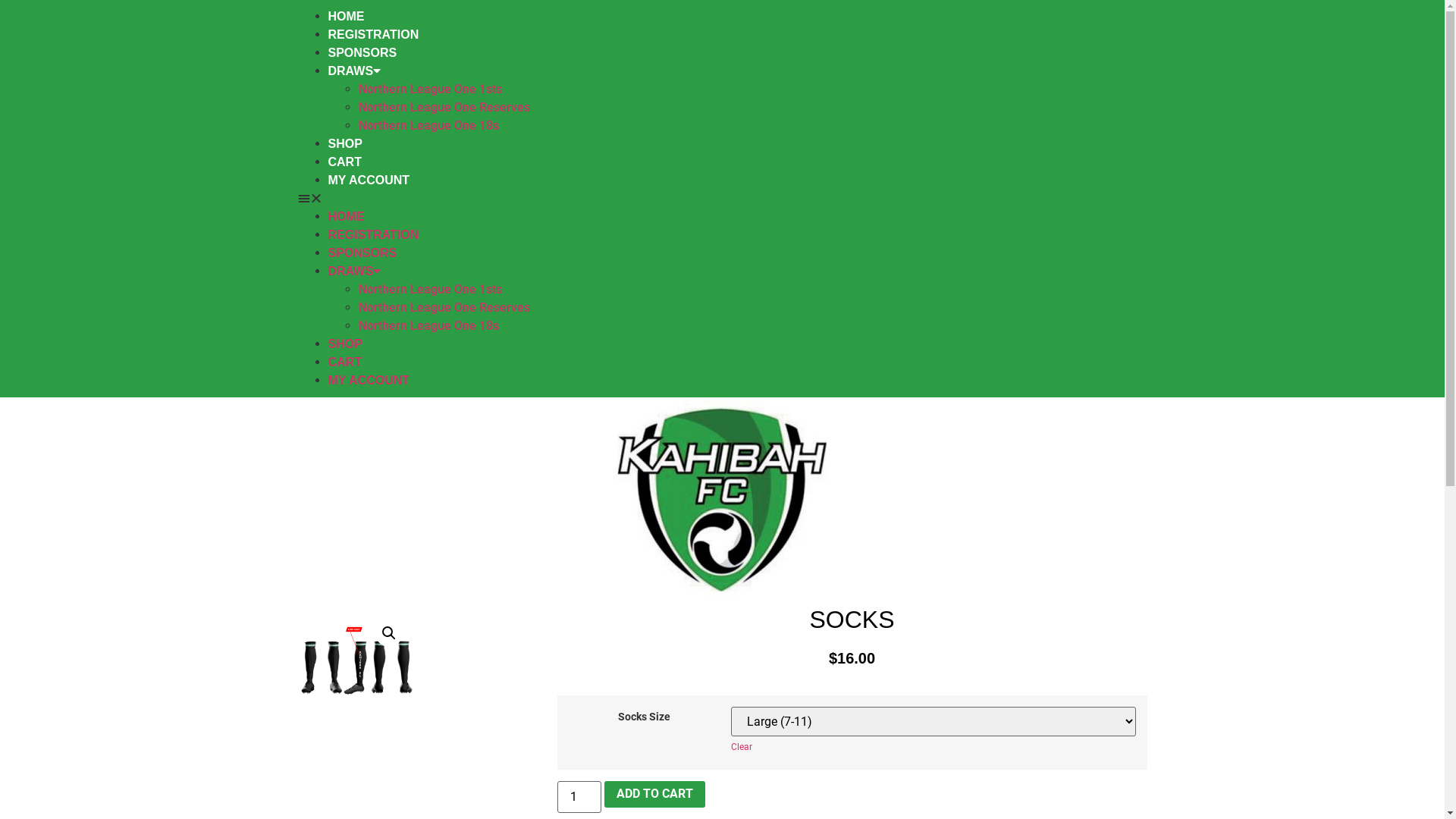 This screenshot has height=819, width=1456. Describe the element at coordinates (344, 162) in the screenshot. I see `'CART'` at that location.